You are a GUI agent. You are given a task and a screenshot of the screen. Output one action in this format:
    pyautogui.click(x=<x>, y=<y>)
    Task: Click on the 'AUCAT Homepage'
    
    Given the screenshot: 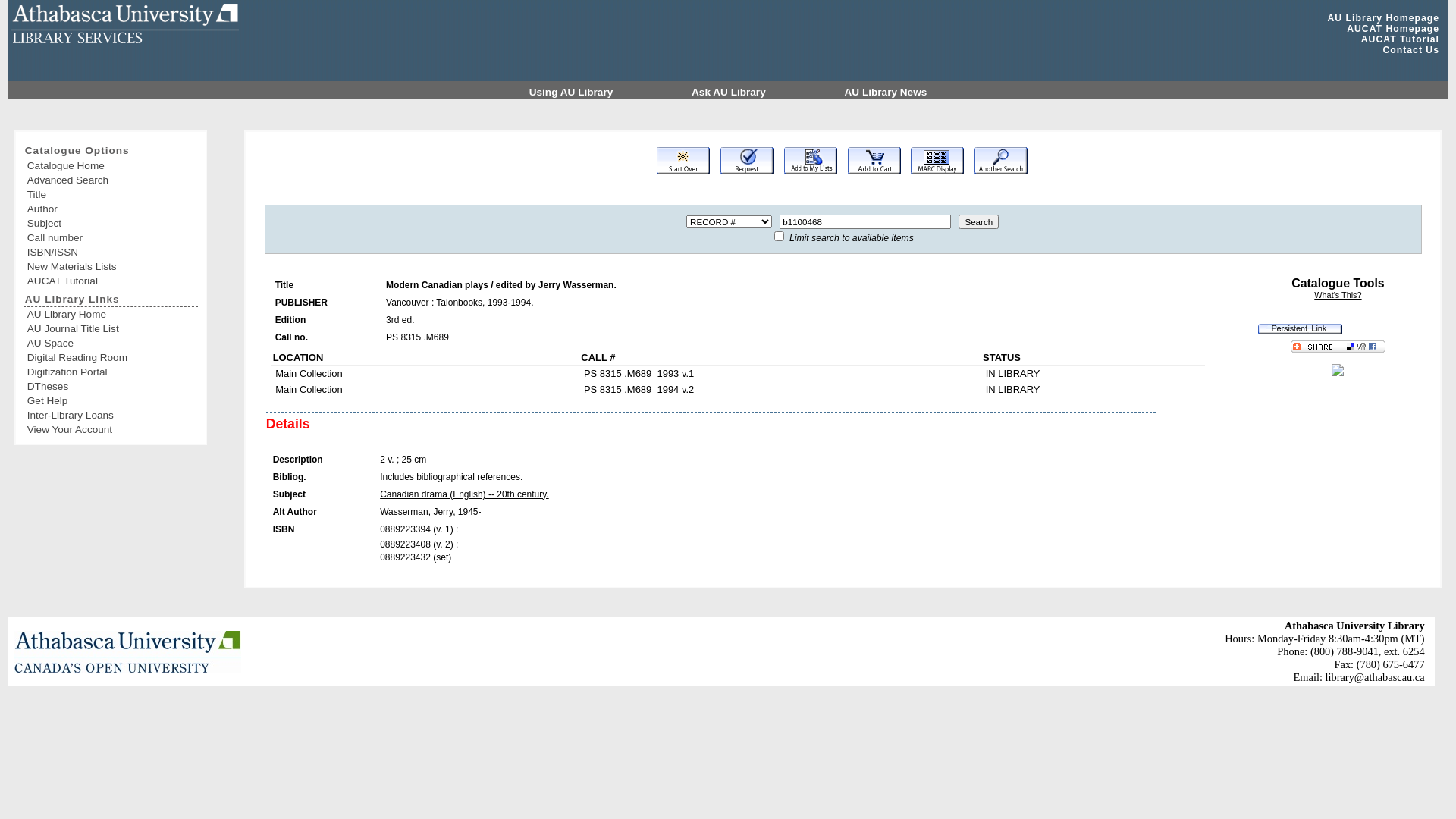 What is the action you would take?
    pyautogui.click(x=1393, y=29)
    